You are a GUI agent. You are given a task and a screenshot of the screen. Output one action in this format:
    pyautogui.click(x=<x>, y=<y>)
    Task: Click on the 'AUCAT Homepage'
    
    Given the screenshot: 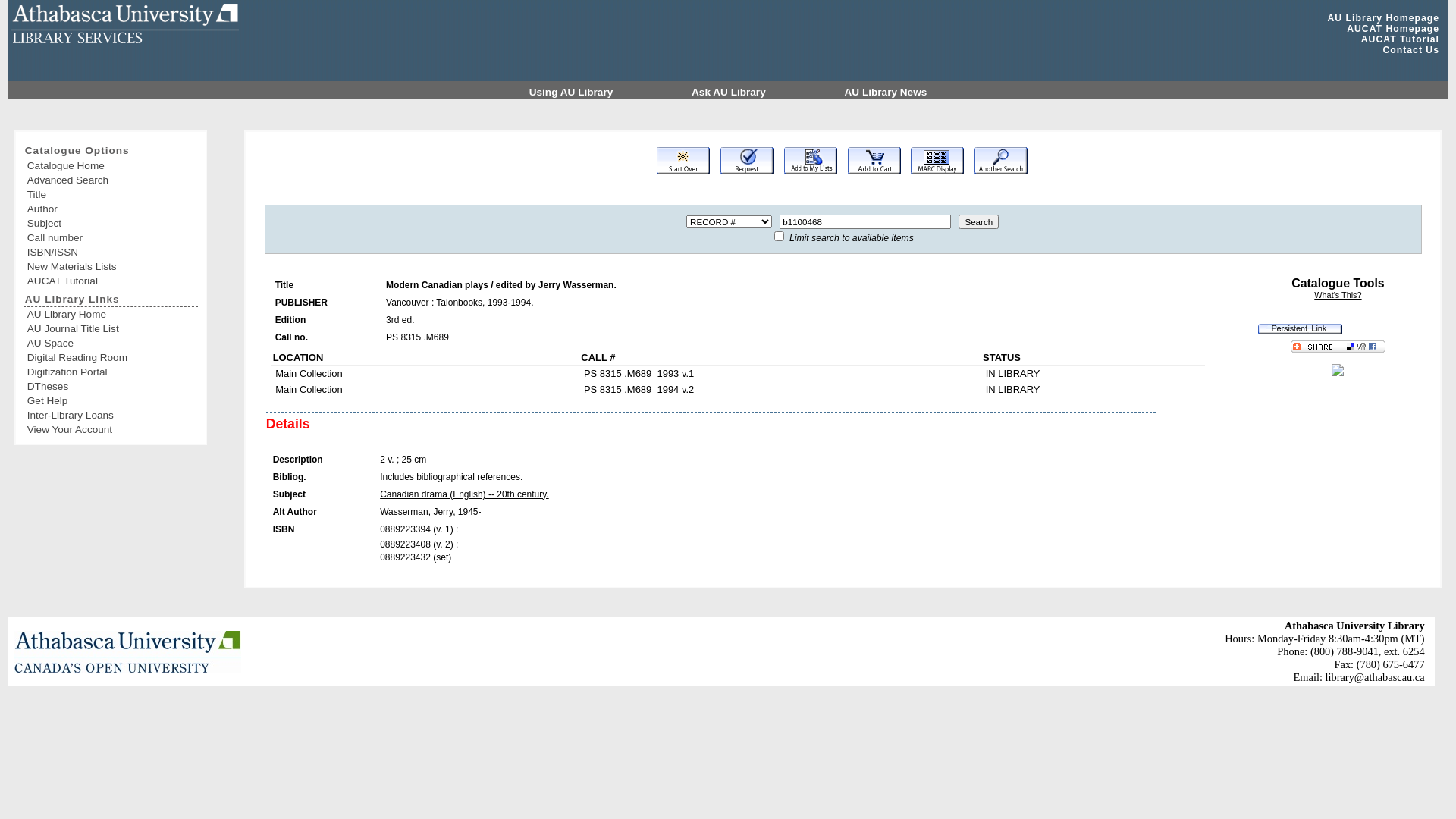 What is the action you would take?
    pyautogui.click(x=1393, y=29)
    